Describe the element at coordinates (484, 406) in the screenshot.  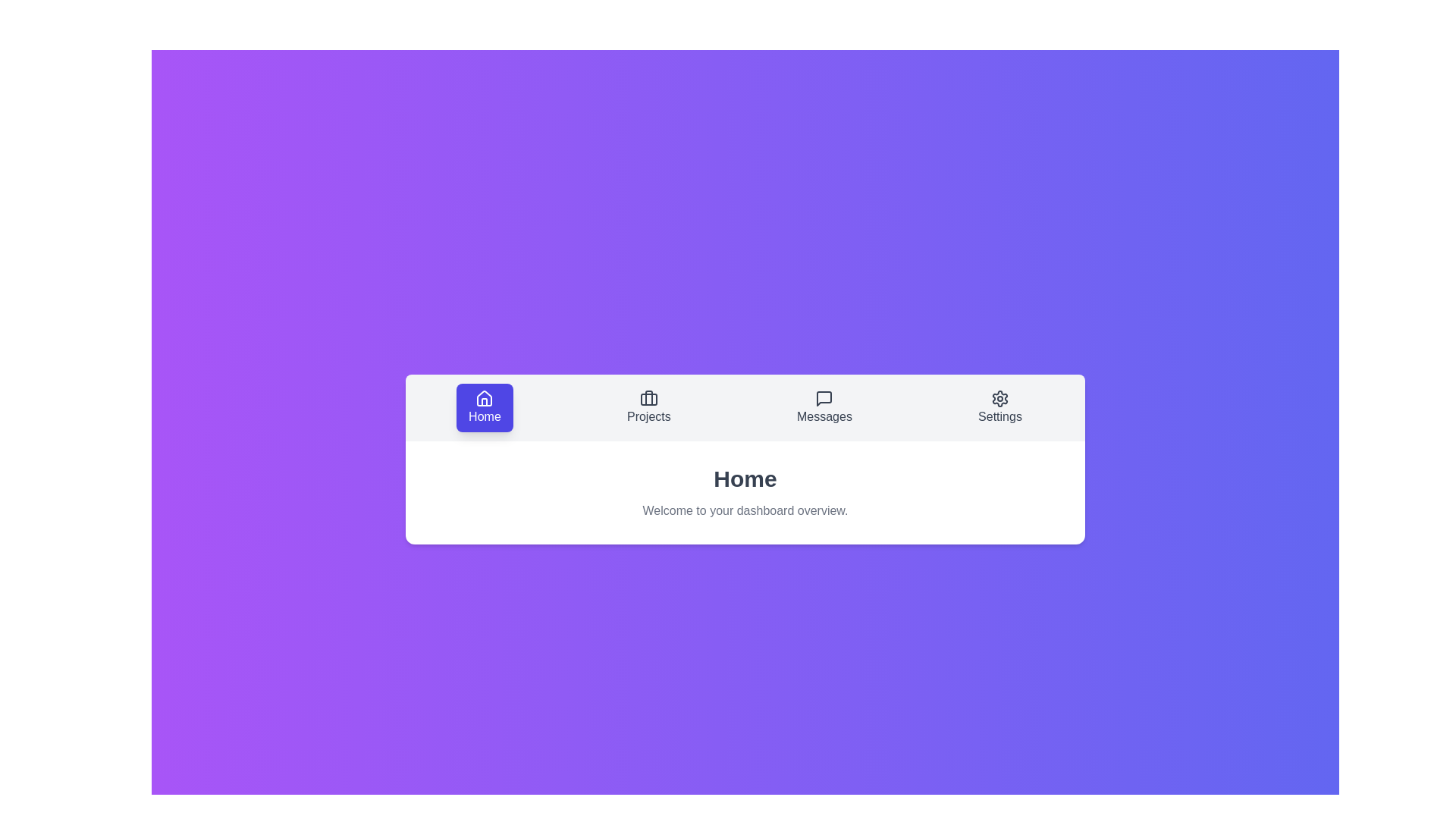
I see `the Home tab by clicking on it` at that location.